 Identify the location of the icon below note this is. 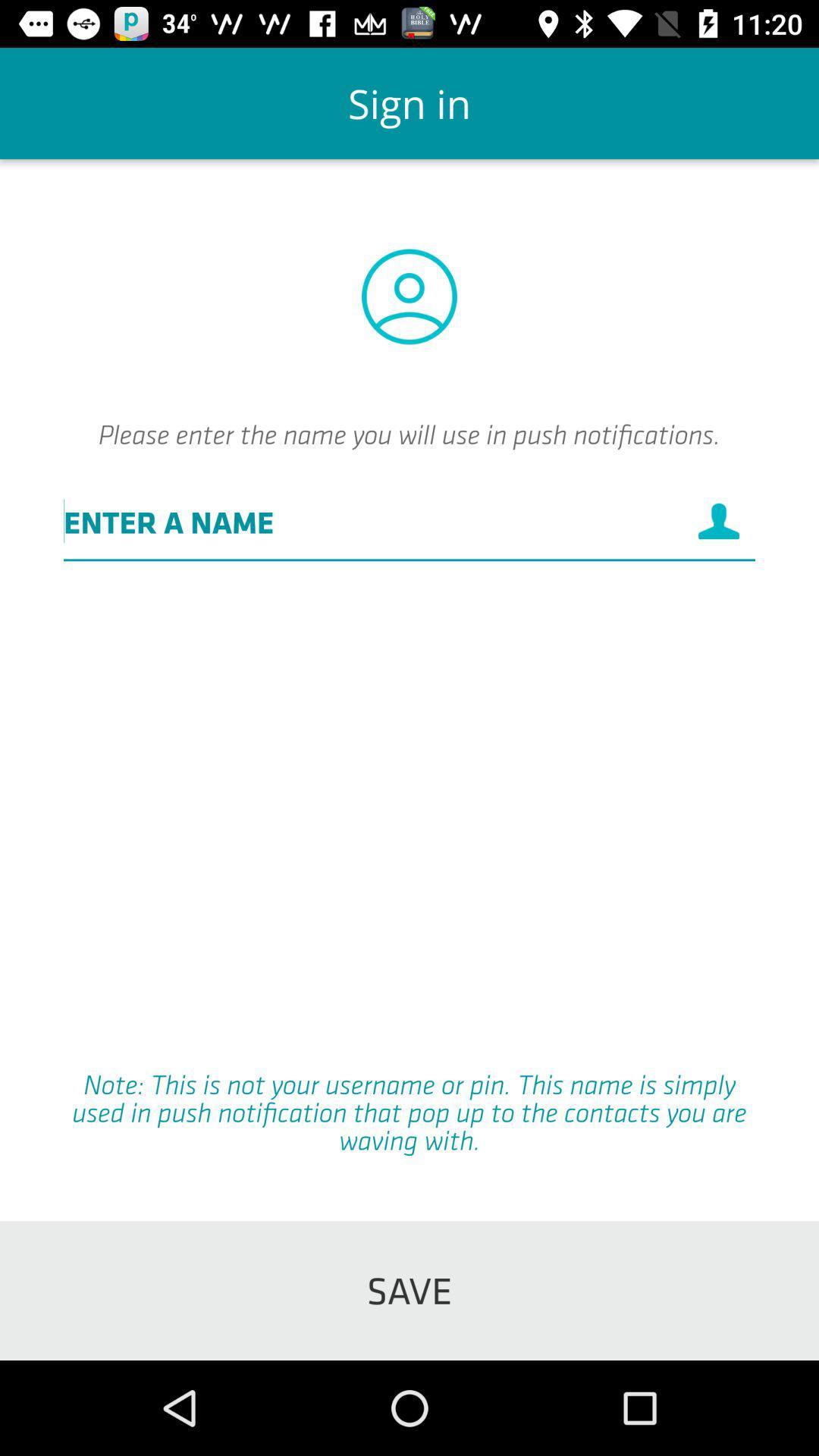
(409, 1290).